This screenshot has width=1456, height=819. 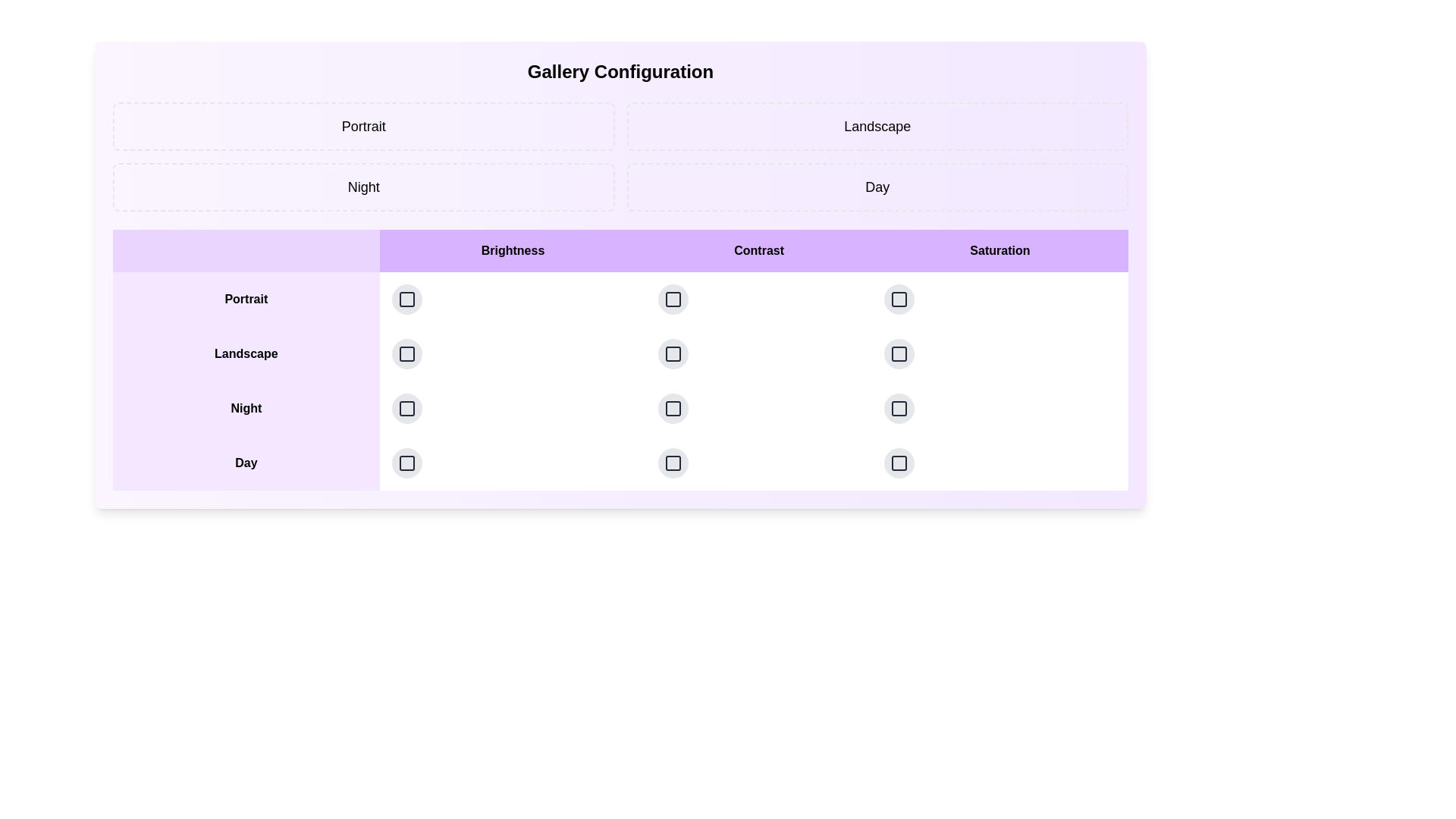 What do you see at coordinates (362, 186) in the screenshot?
I see `the text label reading 'Night', which is styled with a bold font and is larger than the surrounding text, located under the 'Gallery Configuration' section` at bounding box center [362, 186].